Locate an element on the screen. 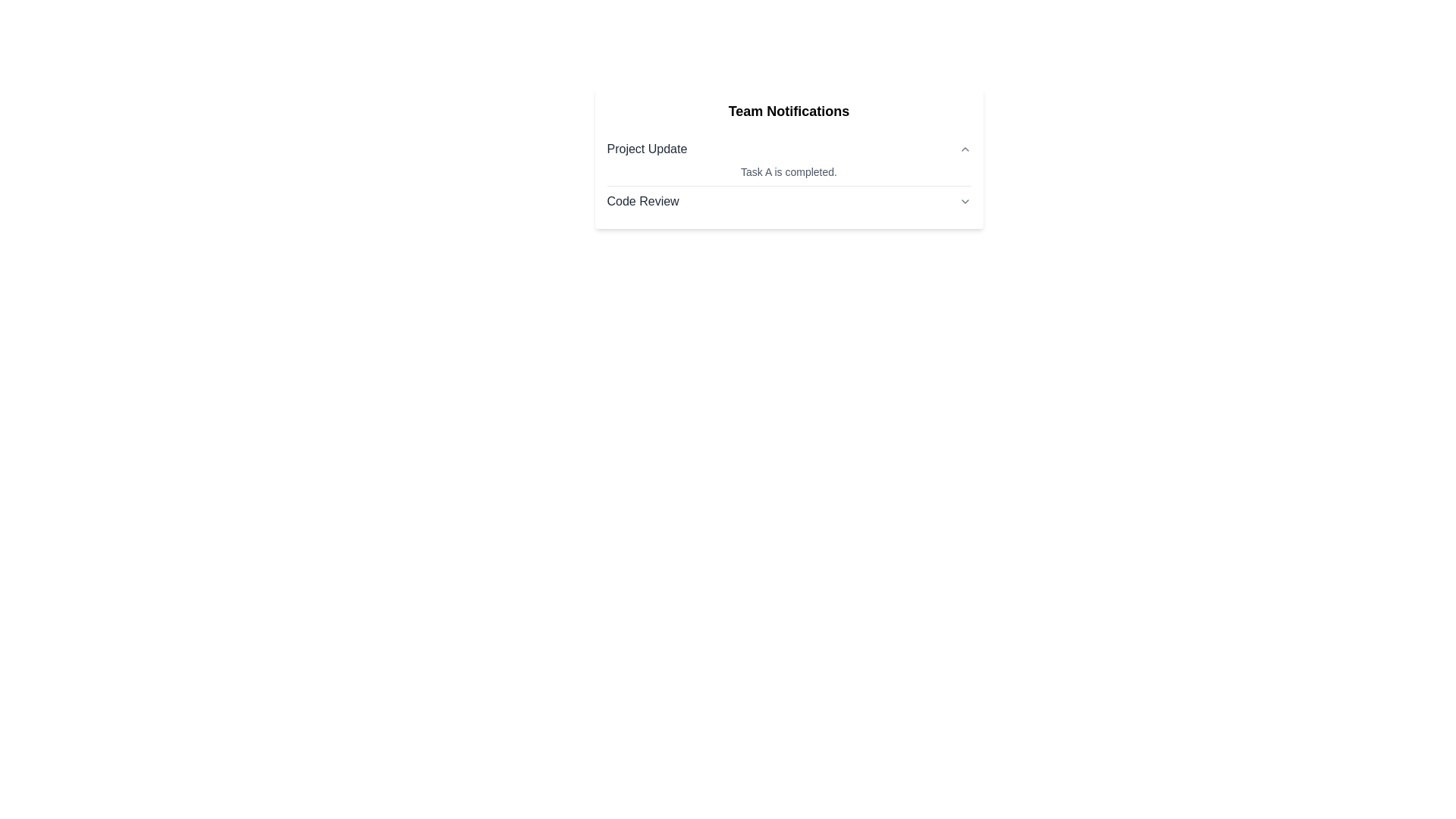  the 'Code Review' dropdown button in the 'Team Notifications' section is located at coordinates (789, 201).